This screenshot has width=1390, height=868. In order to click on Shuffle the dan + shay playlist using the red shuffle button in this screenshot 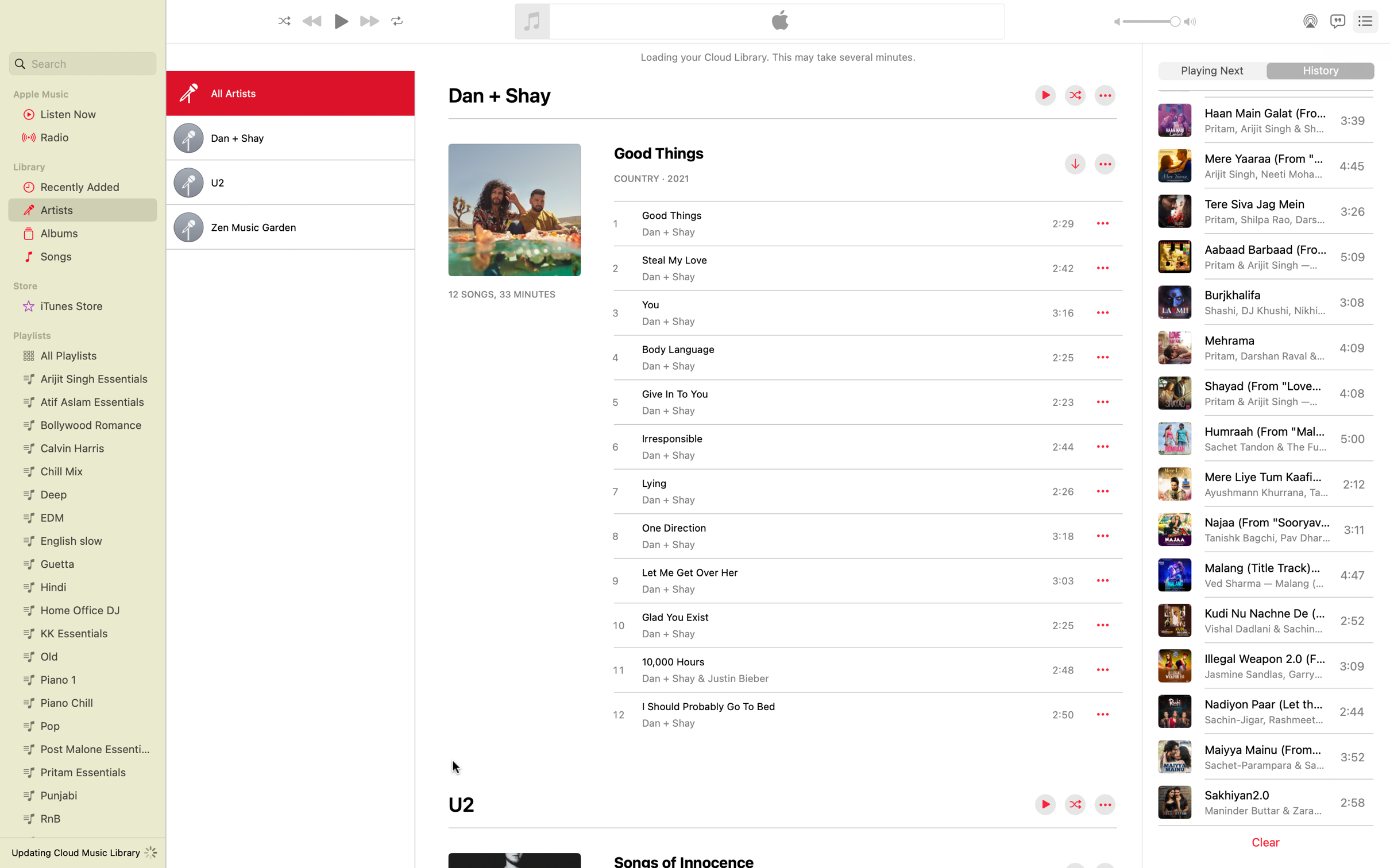, I will do `click(1075, 95)`.